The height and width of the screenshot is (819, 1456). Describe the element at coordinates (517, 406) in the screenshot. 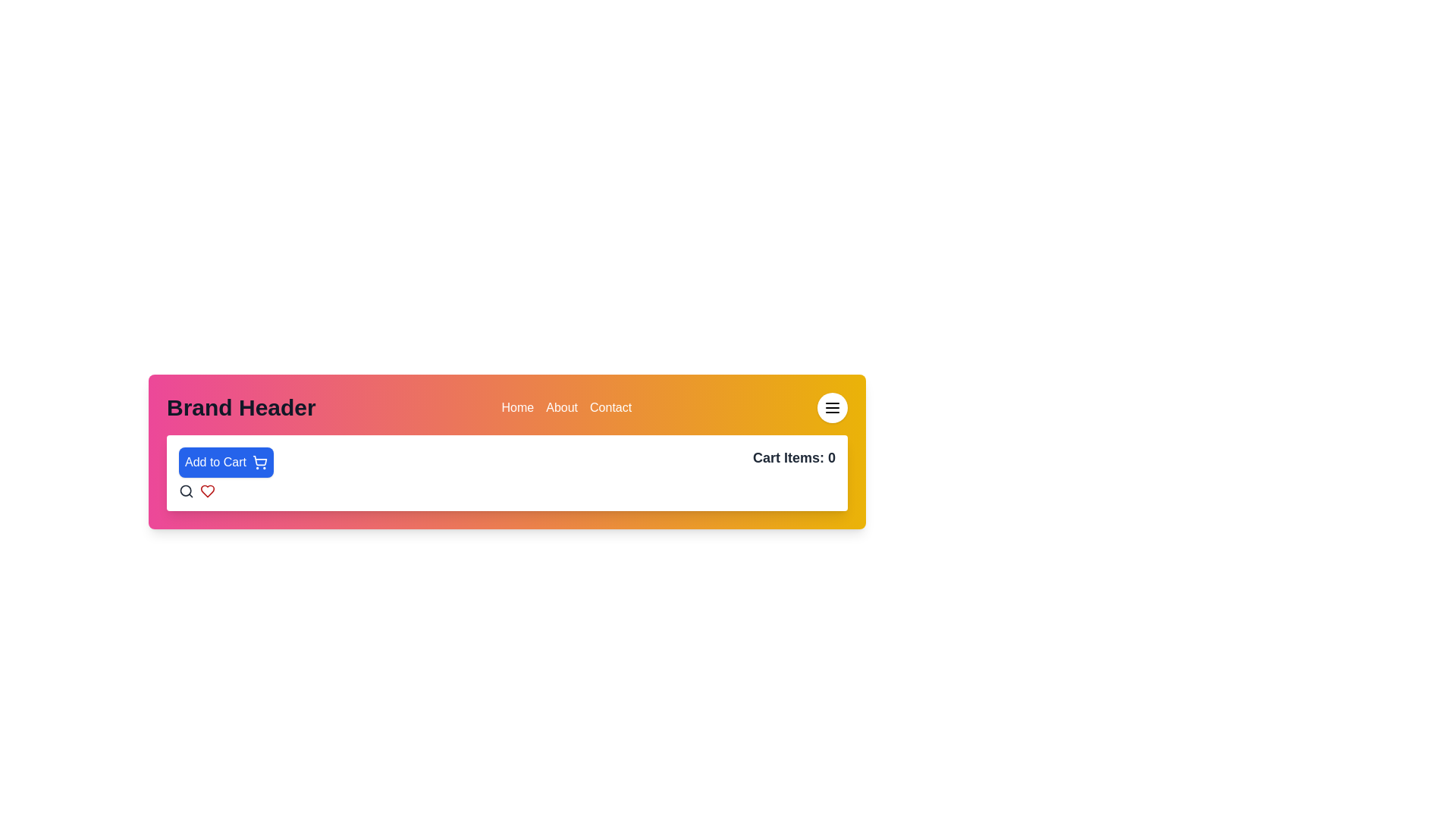

I see `the 'Home' text label in the navigation bar` at that location.